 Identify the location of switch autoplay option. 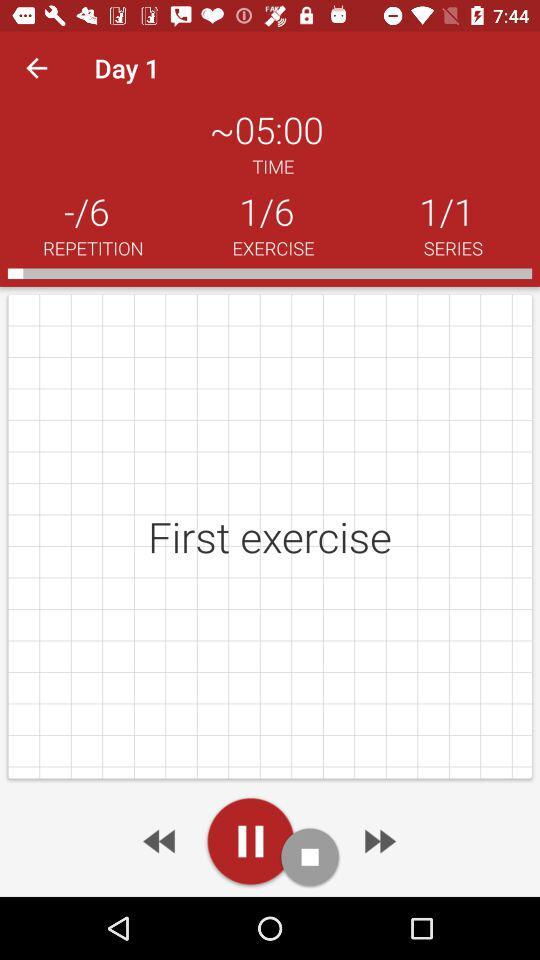
(250, 840).